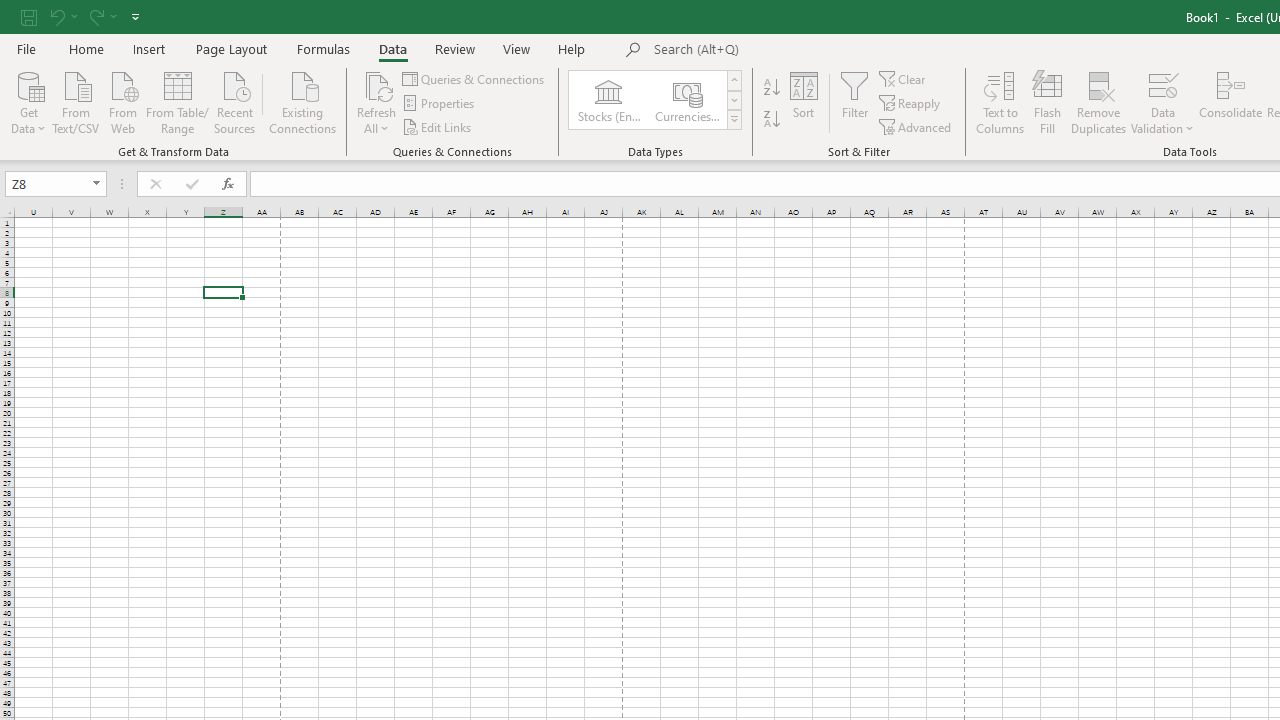 The width and height of the screenshot is (1280, 720). What do you see at coordinates (902, 78) in the screenshot?
I see `'Clear'` at bounding box center [902, 78].